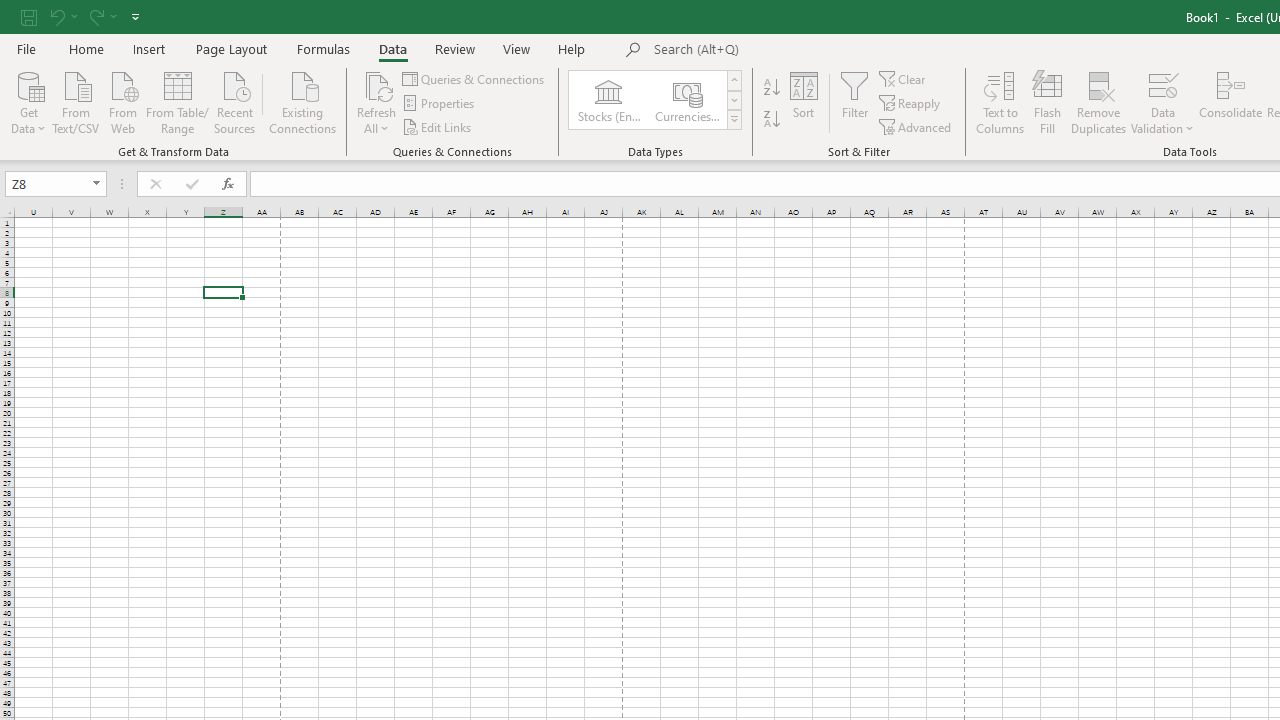 The width and height of the screenshot is (1280, 720). What do you see at coordinates (902, 78) in the screenshot?
I see `'Clear'` at bounding box center [902, 78].